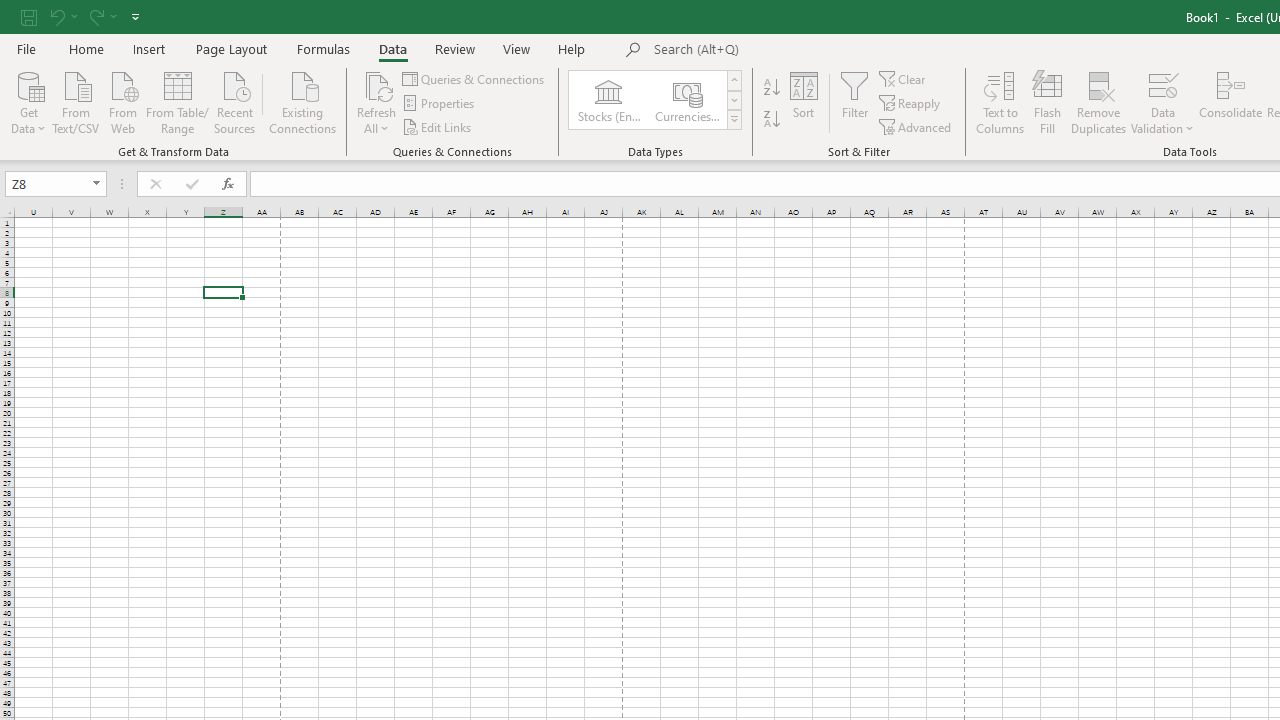 The width and height of the screenshot is (1280, 720). What do you see at coordinates (902, 78) in the screenshot?
I see `'Clear'` at bounding box center [902, 78].